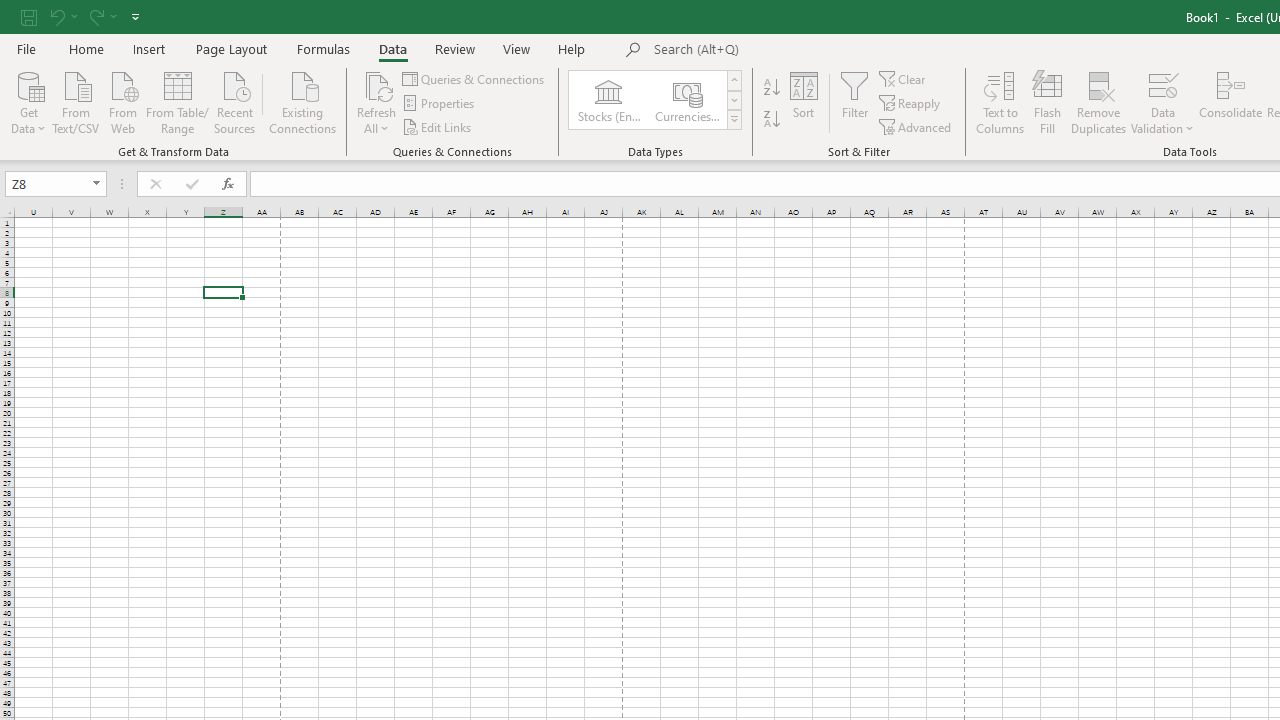 The width and height of the screenshot is (1280, 720). What do you see at coordinates (902, 78) in the screenshot?
I see `'Clear'` at bounding box center [902, 78].